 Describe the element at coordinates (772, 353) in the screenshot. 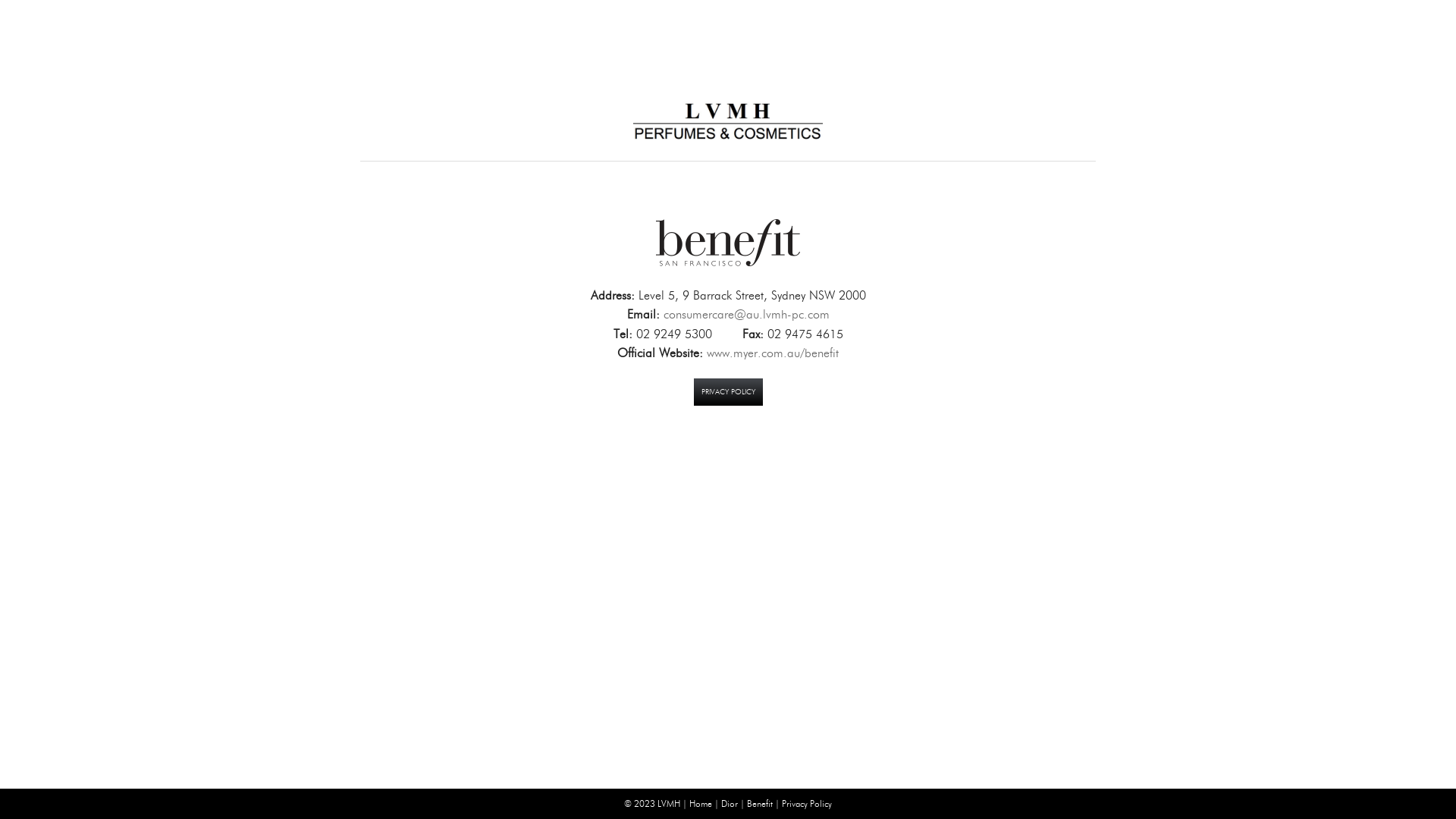

I see `'www.myer.com.au/benefit'` at that location.